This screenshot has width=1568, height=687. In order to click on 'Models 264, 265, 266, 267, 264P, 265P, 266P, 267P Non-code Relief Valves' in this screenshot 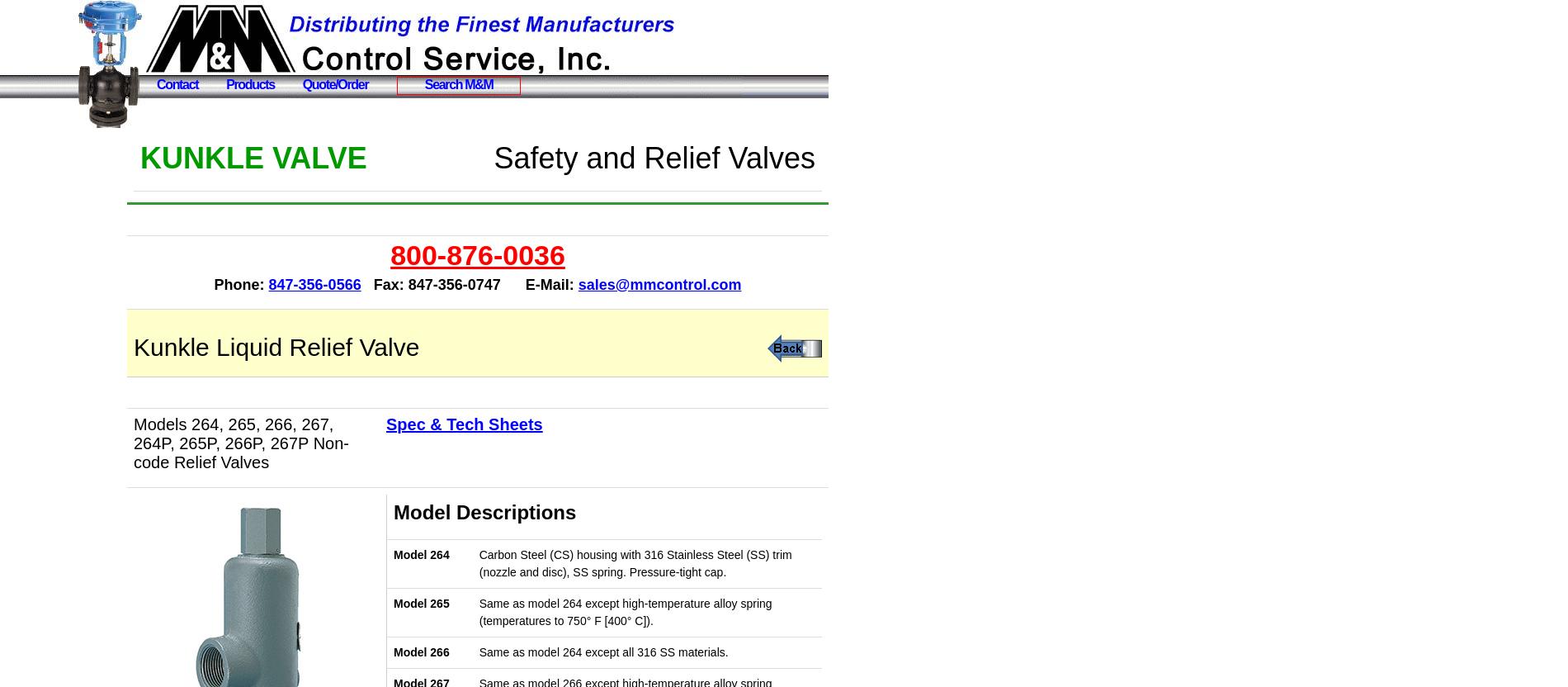, I will do `click(240, 443)`.